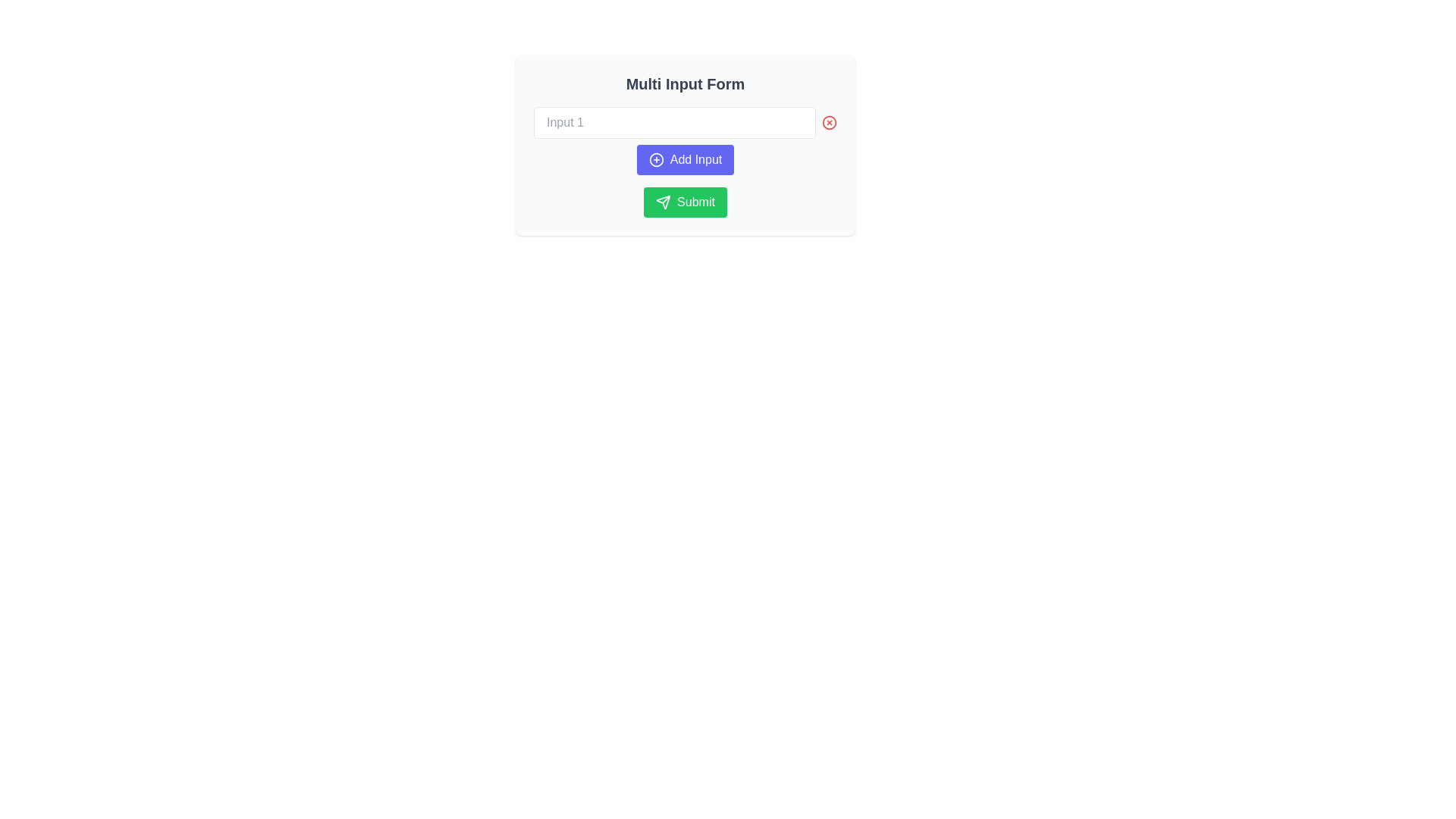  Describe the element at coordinates (656, 160) in the screenshot. I see `the circular element of the 'Add Input' button, which is part of the 'plus-circle' SVG icon, located at the top-center of the interface` at that location.